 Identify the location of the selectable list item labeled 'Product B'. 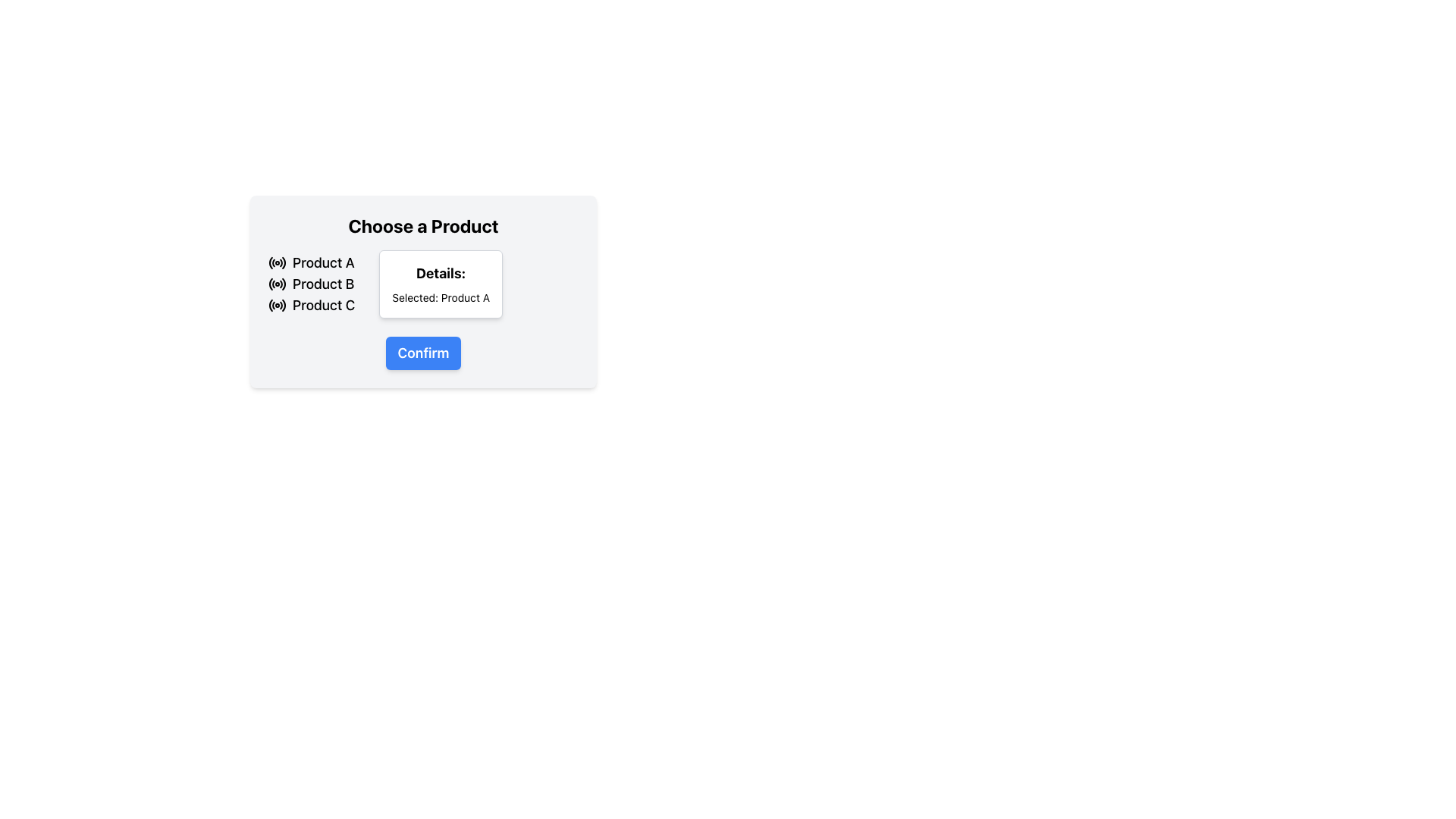
(310, 284).